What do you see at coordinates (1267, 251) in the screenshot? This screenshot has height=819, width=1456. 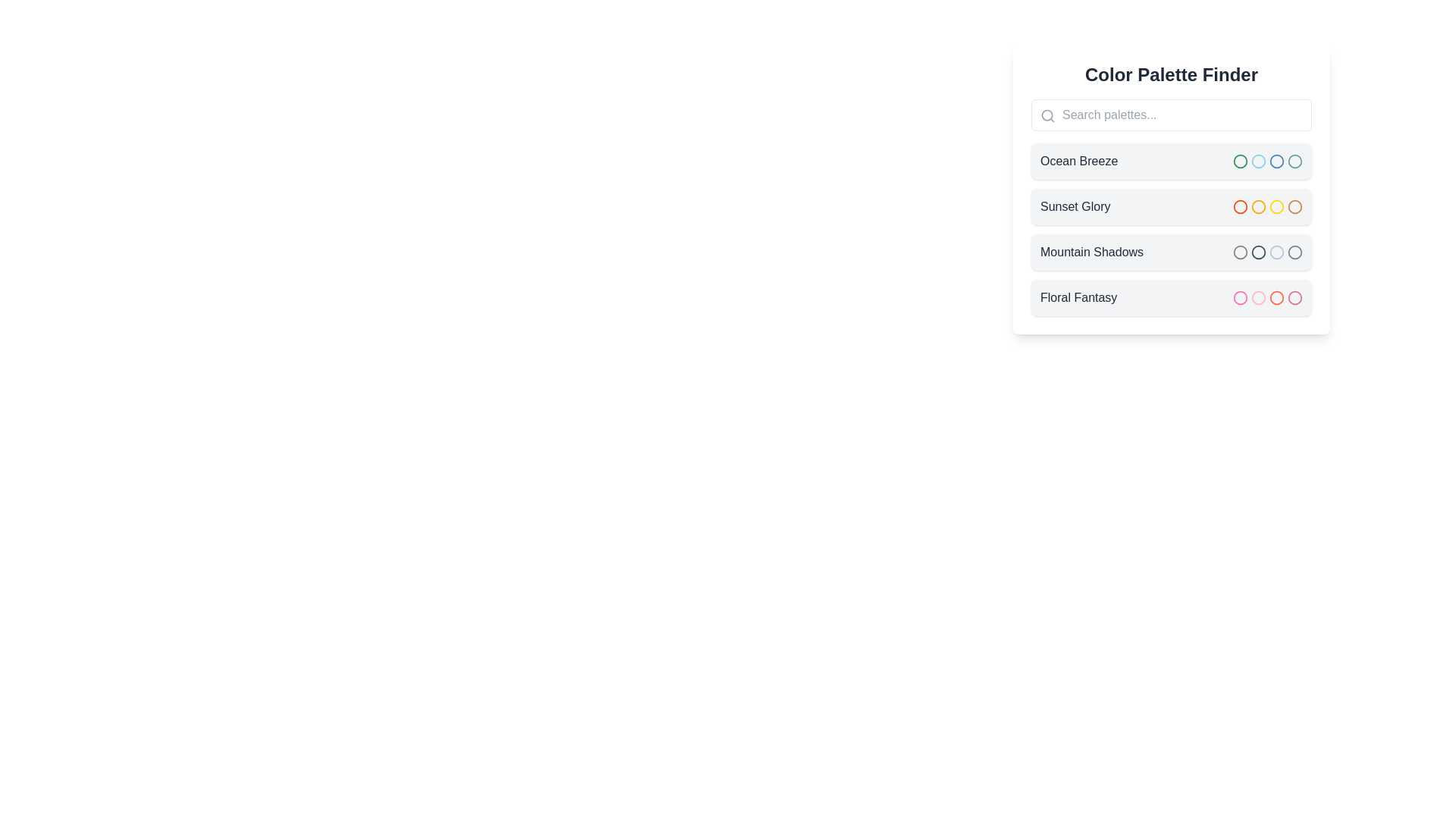 I see `the button group containing four circular color icons (gray, teal, blue, dark gray) in the 'Mountain Shadows' row` at bounding box center [1267, 251].